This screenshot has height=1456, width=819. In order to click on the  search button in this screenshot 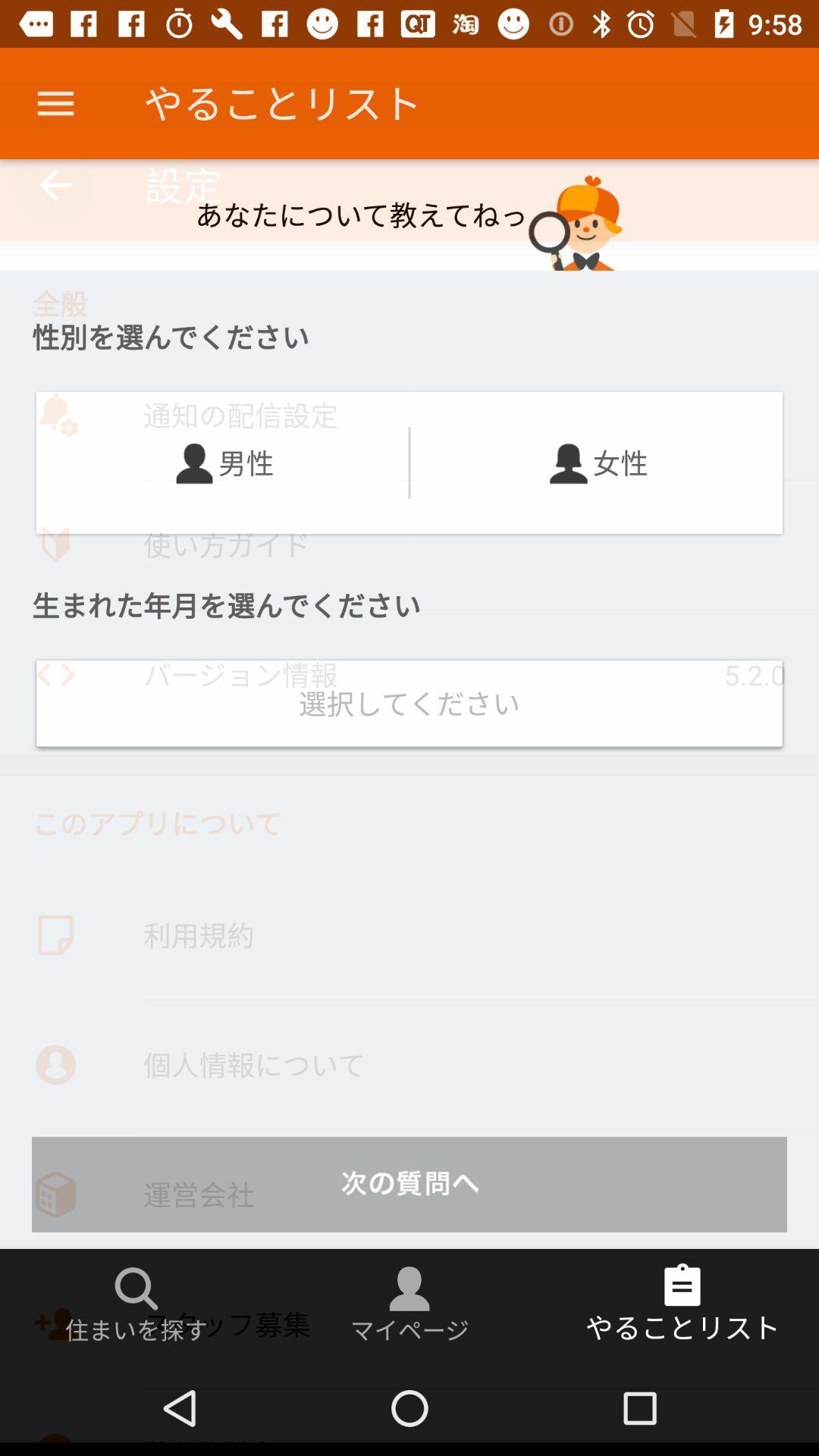, I will do `click(136, 1288)`.